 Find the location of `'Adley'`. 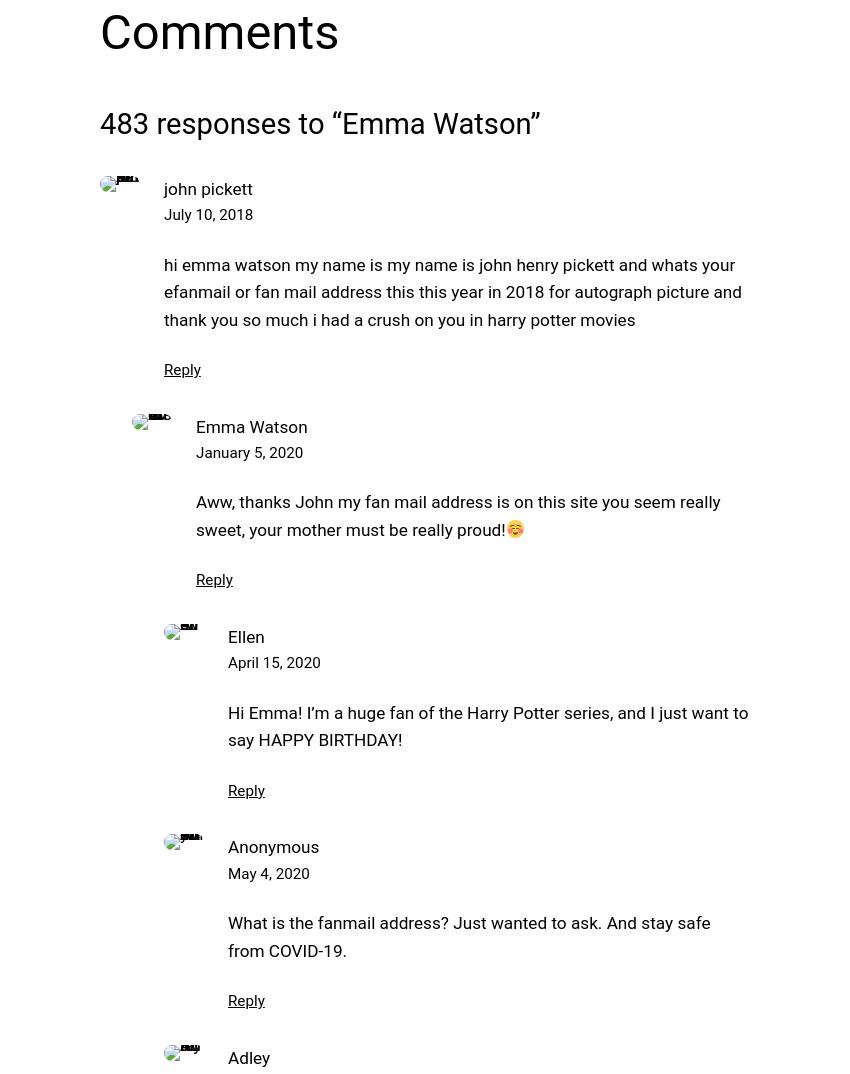

'Adley' is located at coordinates (248, 1057).